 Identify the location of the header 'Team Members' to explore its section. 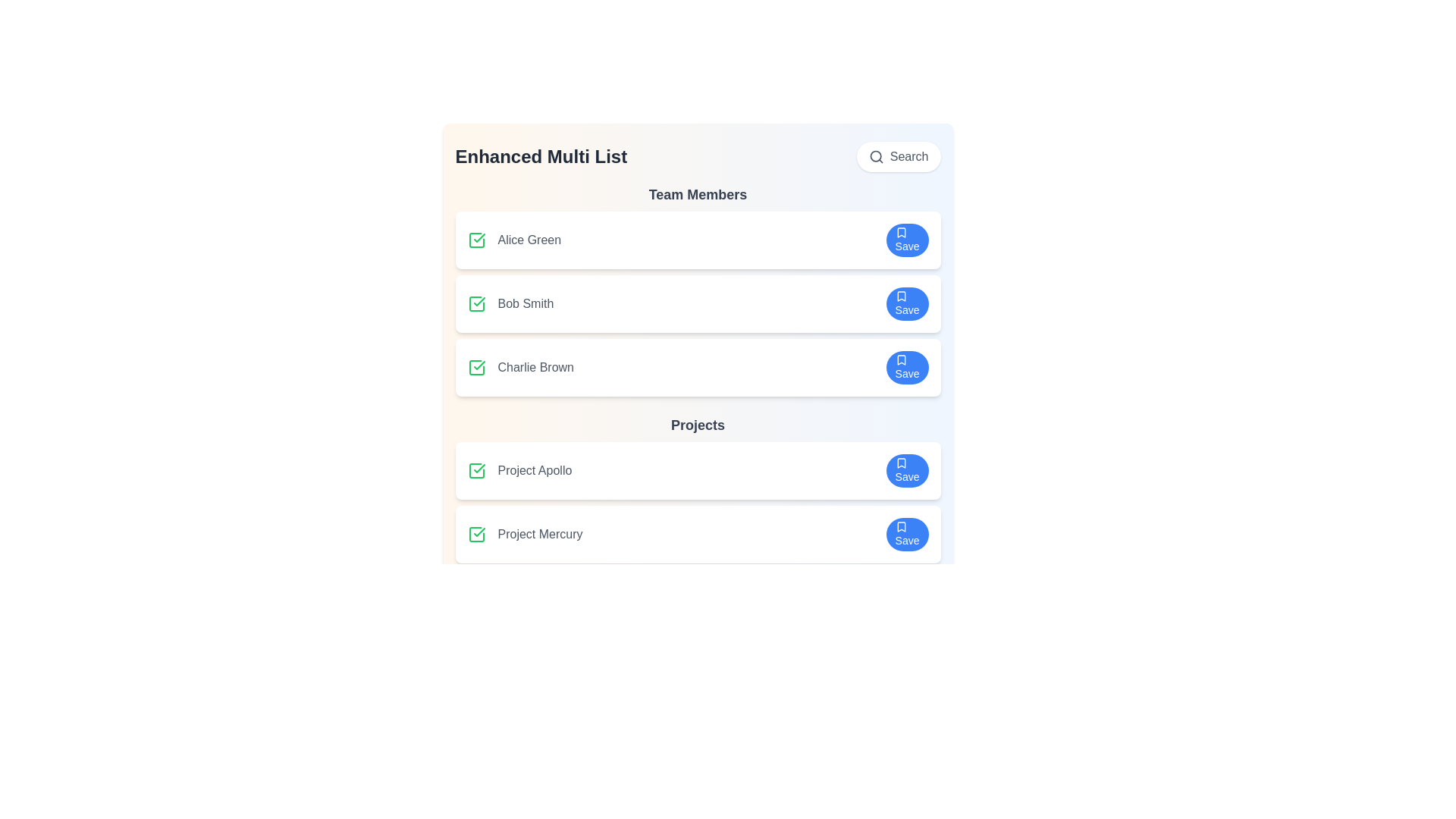
(697, 194).